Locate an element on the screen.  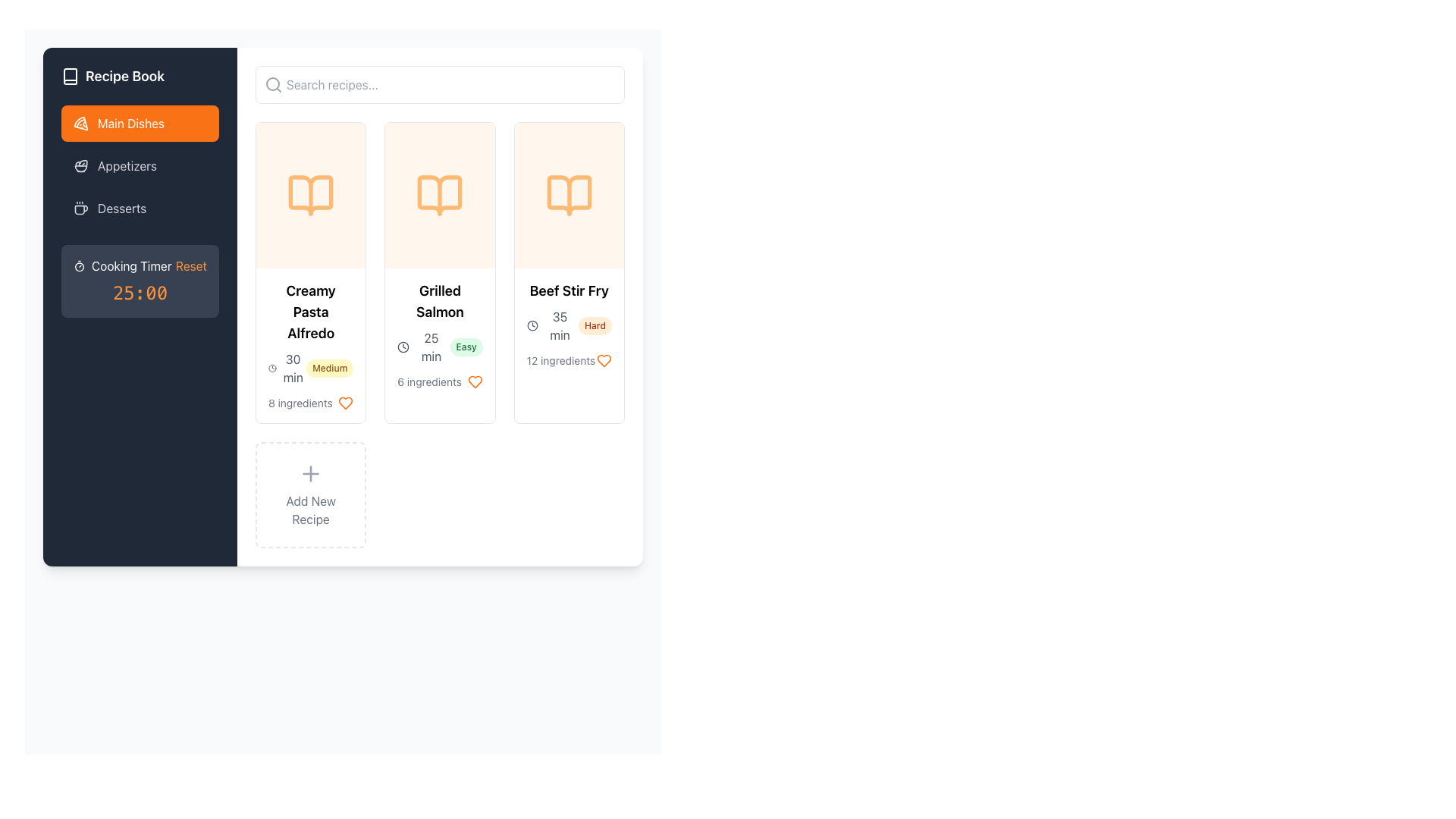
the heart-shaped icon button with an orange outline, which is located to the right of the '8 ingredients' text block is located at coordinates (345, 403).